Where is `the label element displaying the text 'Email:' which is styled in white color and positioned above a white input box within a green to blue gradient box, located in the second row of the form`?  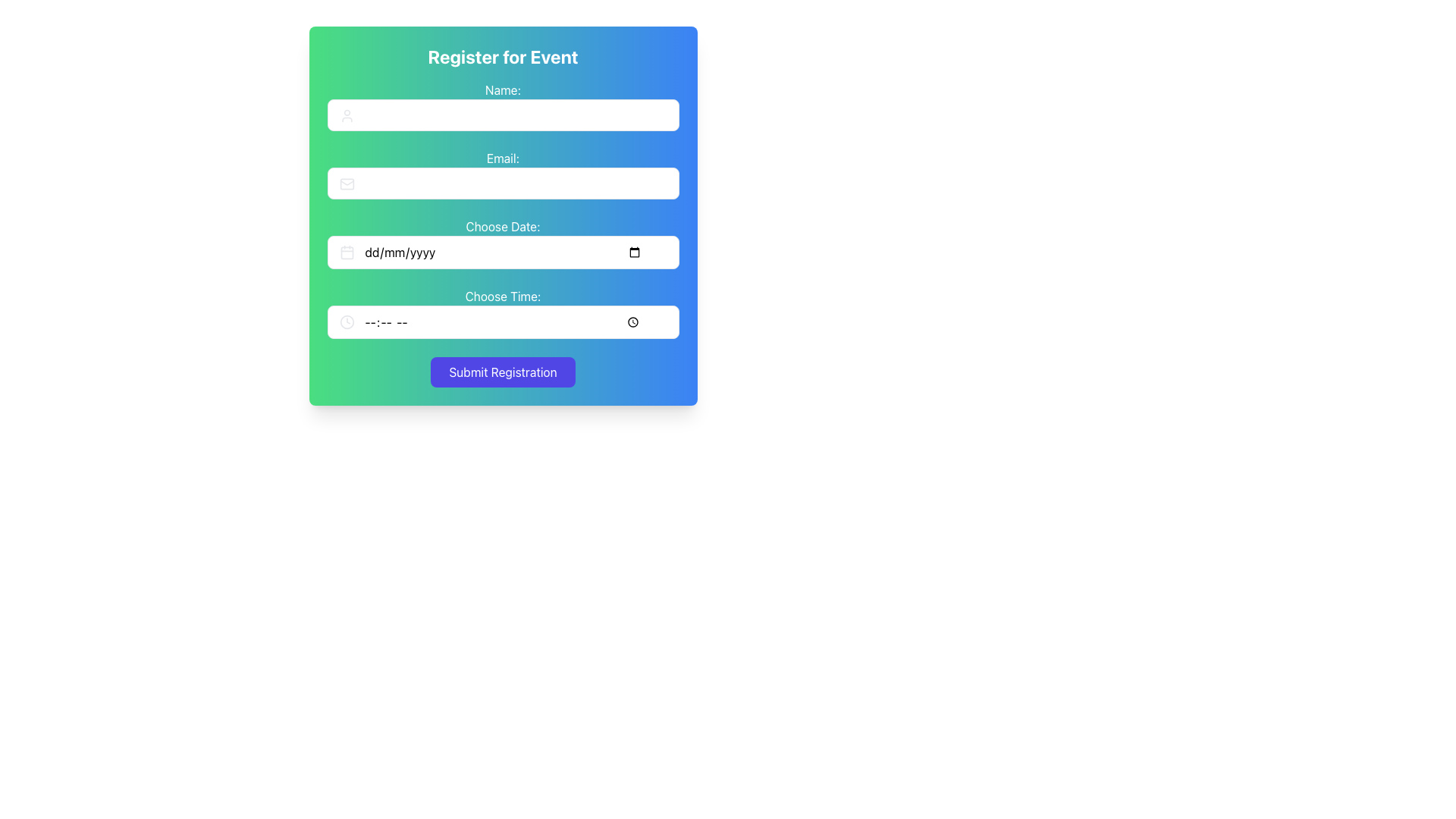 the label element displaying the text 'Email:' which is styled in white color and positioned above a white input box within a green to blue gradient box, located in the second row of the form is located at coordinates (503, 174).